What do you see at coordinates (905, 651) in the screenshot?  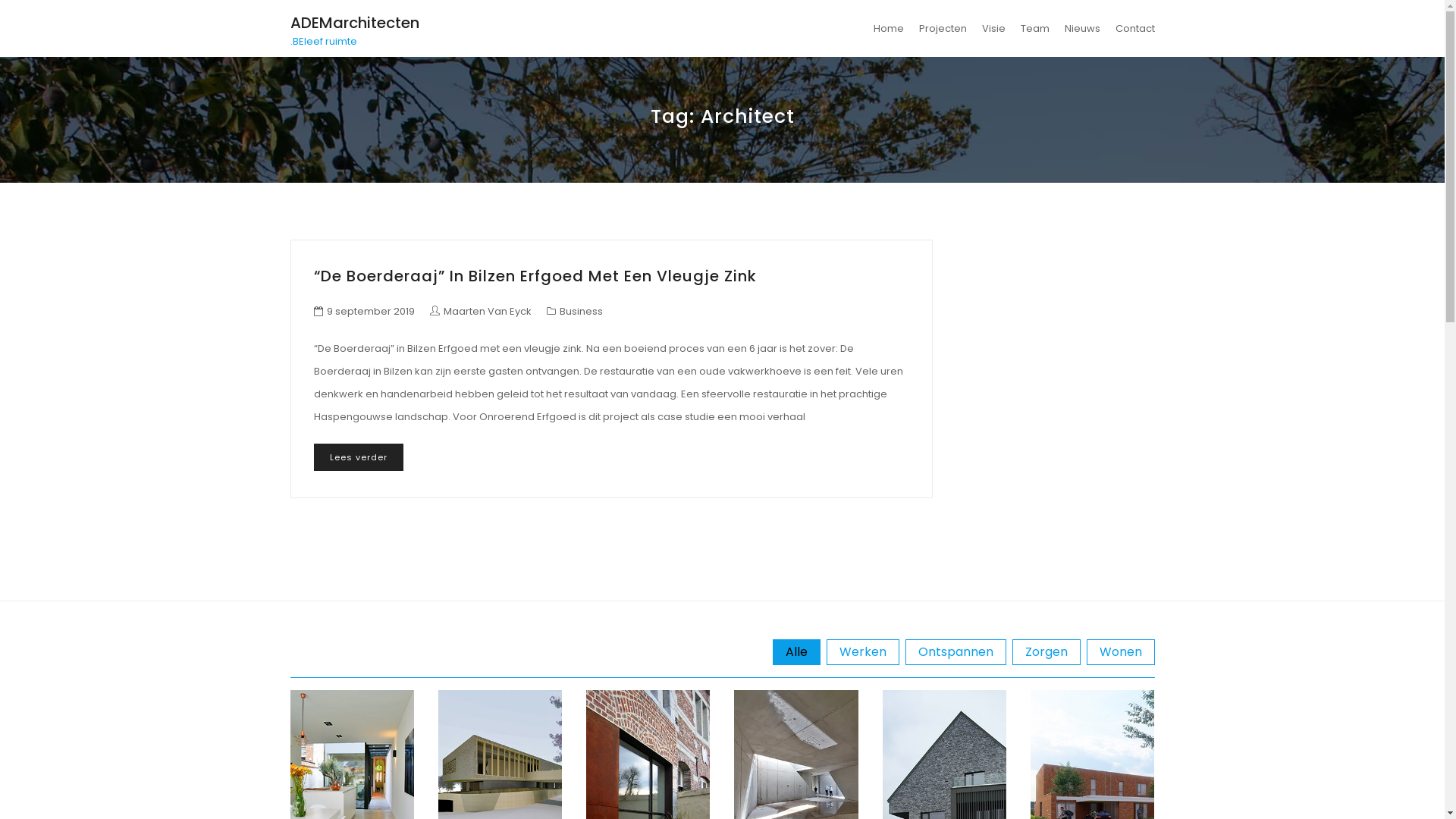 I see `'Ontspannen'` at bounding box center [905, 651].